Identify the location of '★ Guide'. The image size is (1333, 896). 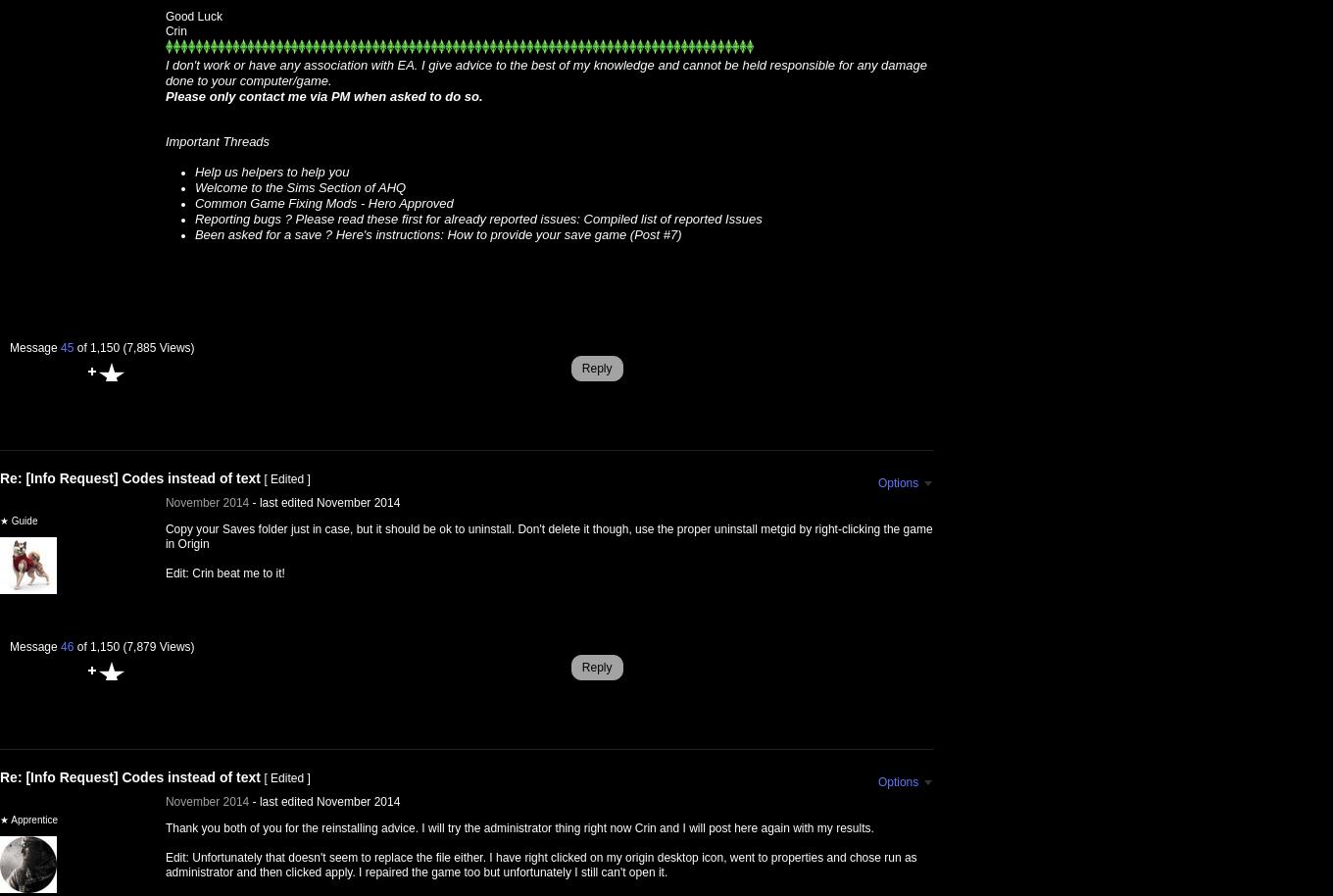
(19, 520).